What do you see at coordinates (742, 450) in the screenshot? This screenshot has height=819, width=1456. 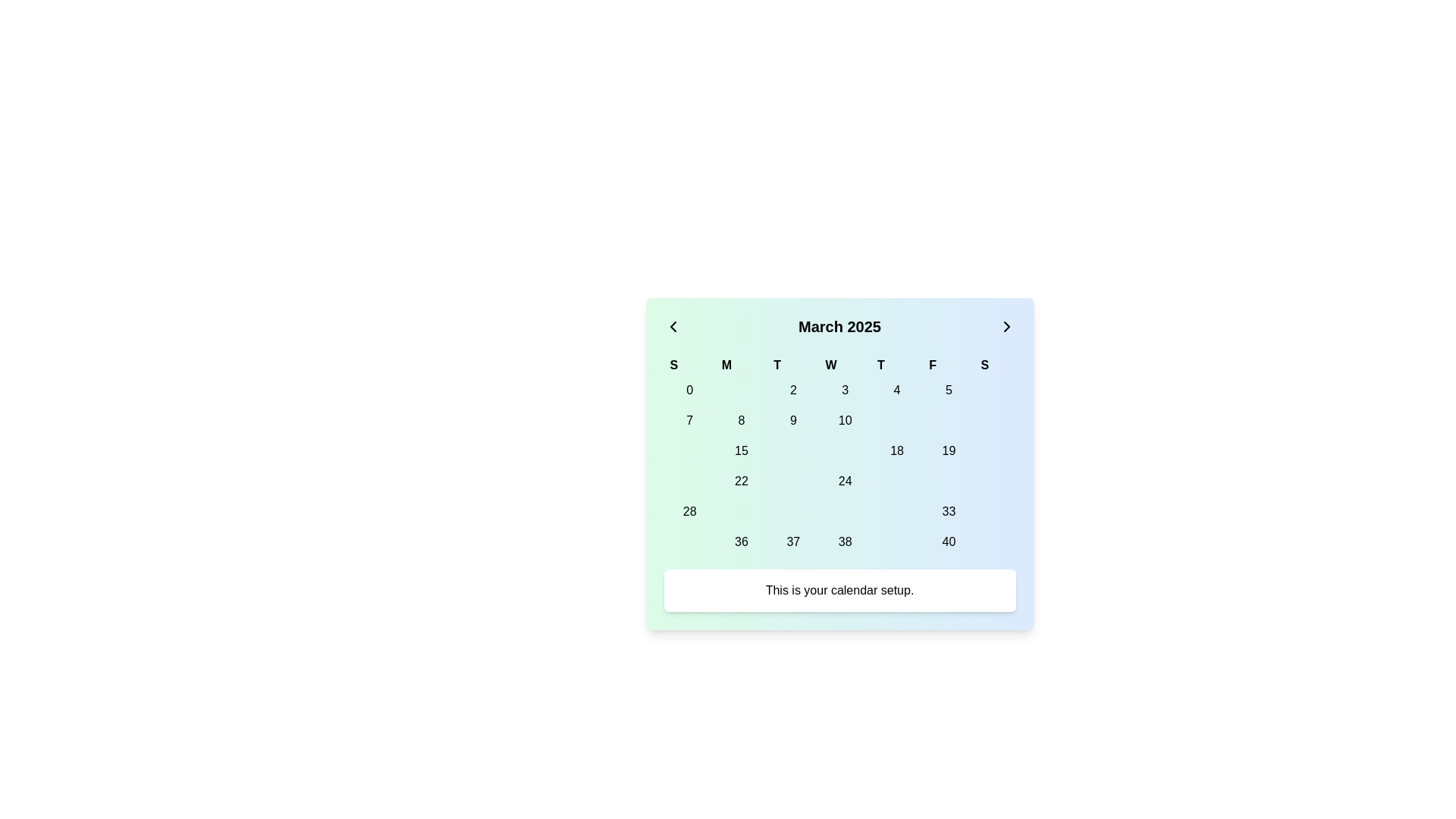 I see `the calendar date cell representing the date in the second week and second day column` at bounding box center [742, 450].